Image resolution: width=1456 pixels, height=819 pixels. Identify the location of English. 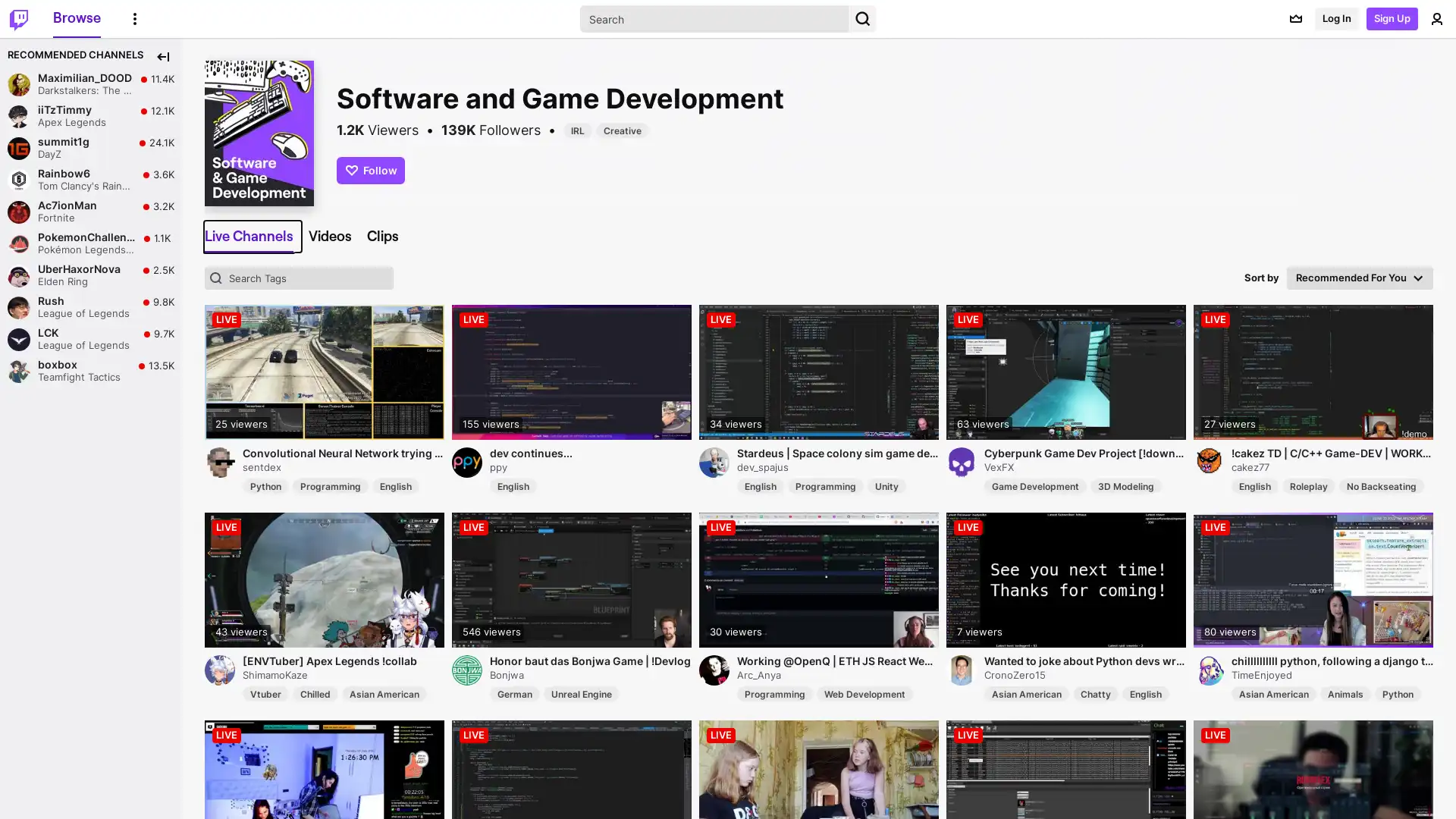
(513, 485).